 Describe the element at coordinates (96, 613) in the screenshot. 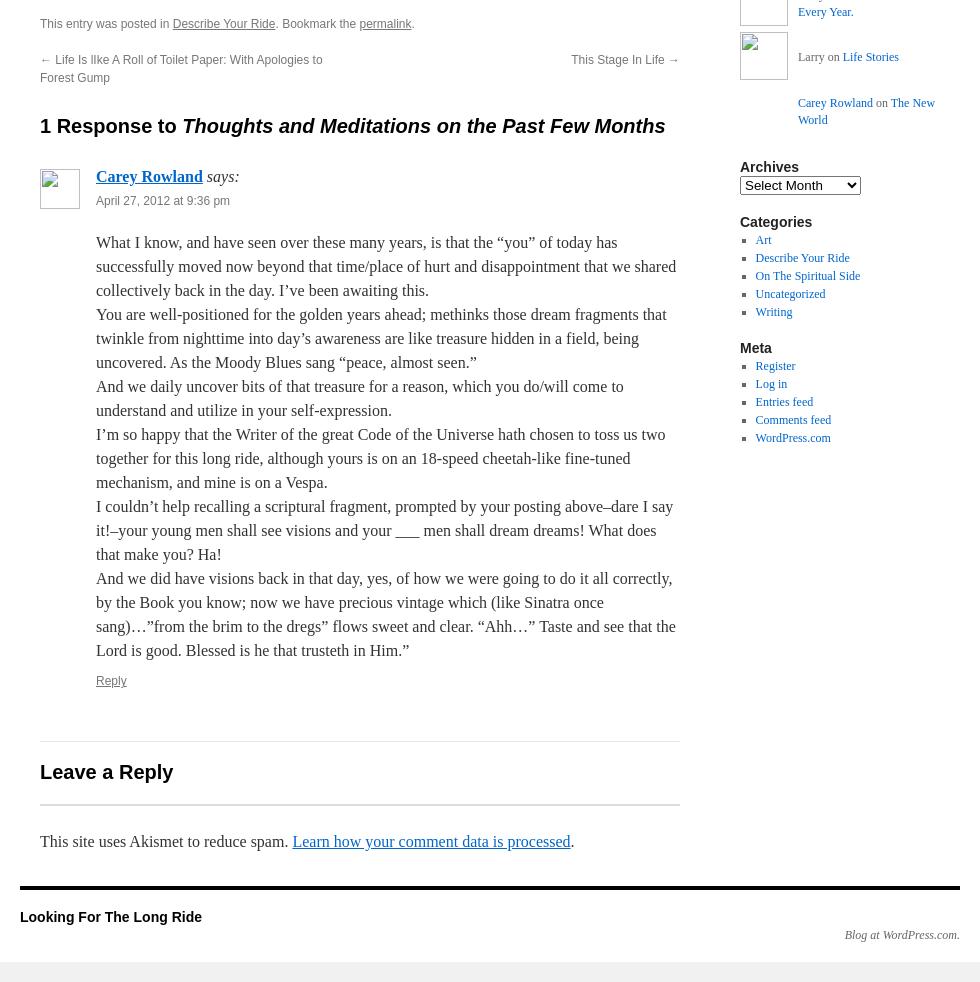

I see `'And we did have visions back in that day, yes, of how we were going to do it all correctly, by the Book you know; now we have precious vintage which (like Sinatra once sang)…”from the brim to the dregs” flows sweet and clear. “Ahh…” Taste and see that the Lord is good. Blessed is he that trusteth in Him.”'` at that location.